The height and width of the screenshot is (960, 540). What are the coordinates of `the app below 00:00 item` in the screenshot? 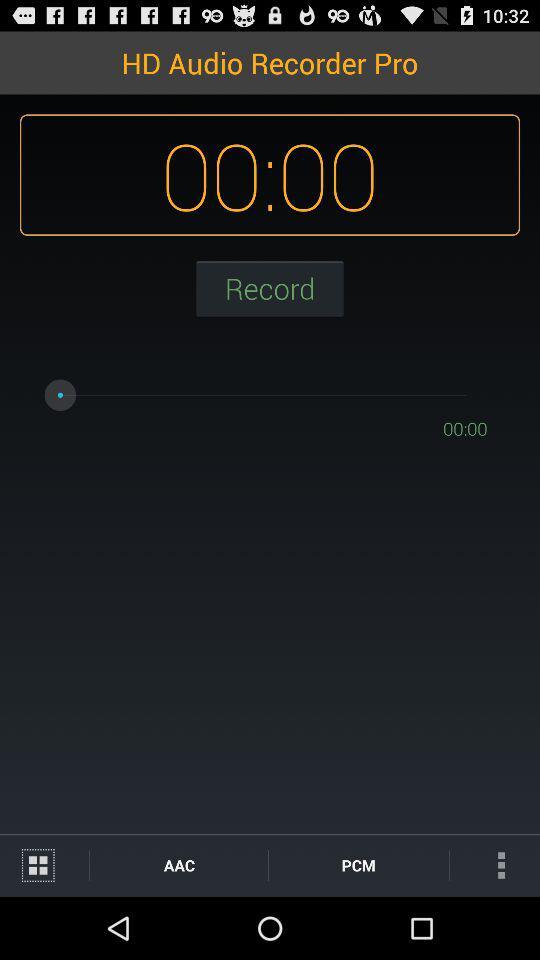 It's located at (357, 864).